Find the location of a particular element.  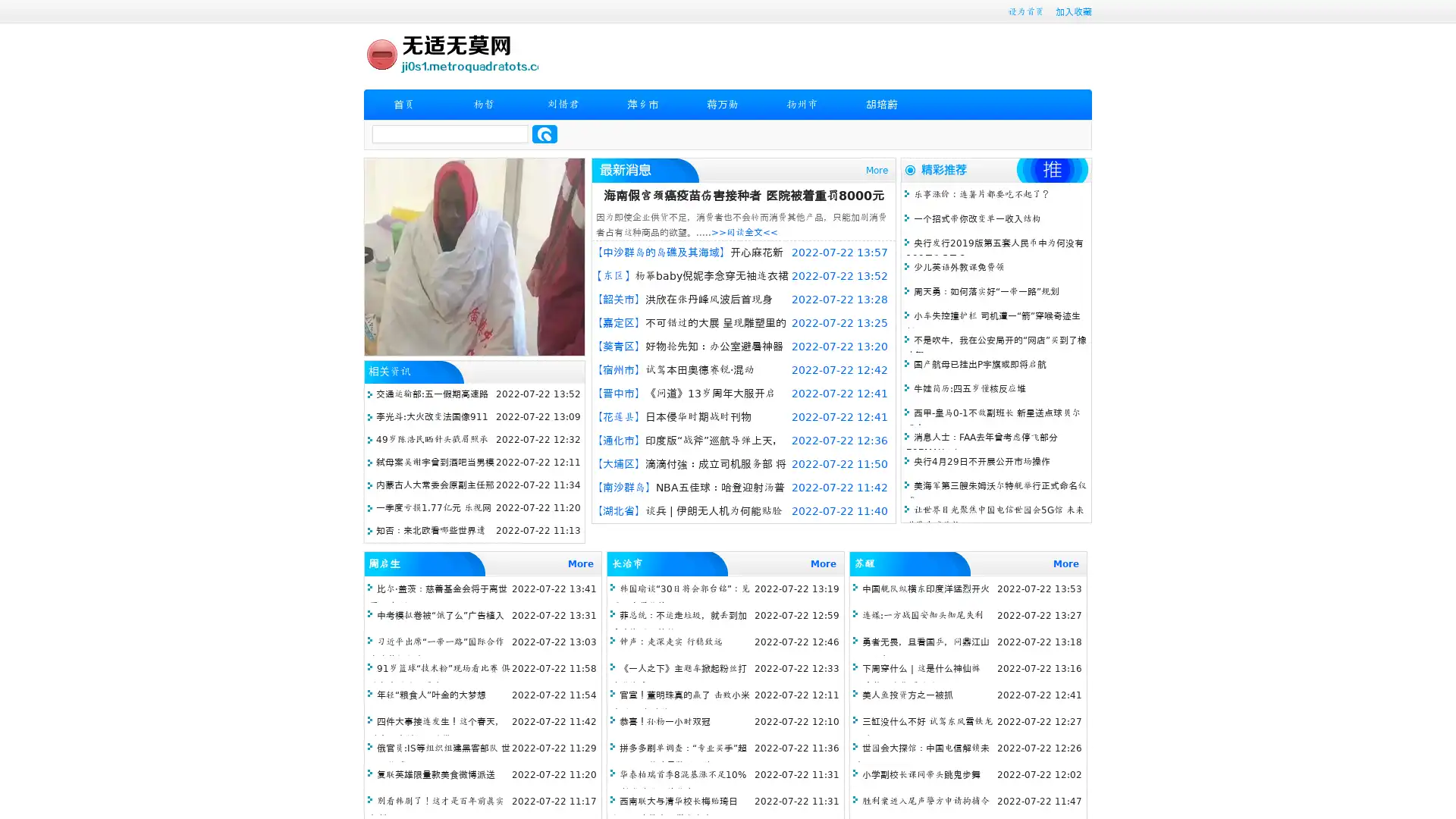

Search is located at coordinates (544, 133).